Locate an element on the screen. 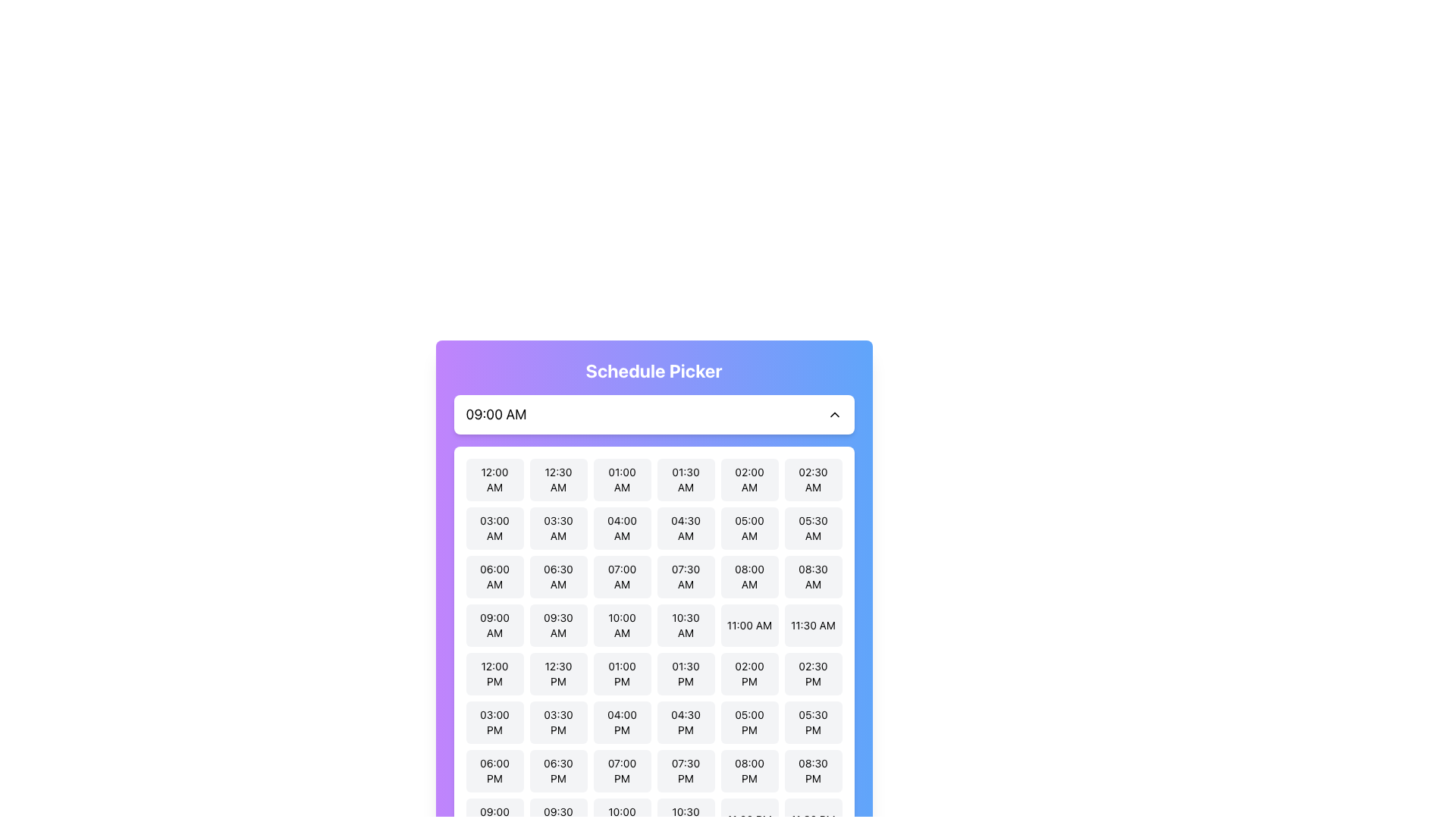 The width and height of the screenshot is (1456, 819). the button located in the 6th row and 3rd column of the scheduling interface is located at coordinates (622, 721).